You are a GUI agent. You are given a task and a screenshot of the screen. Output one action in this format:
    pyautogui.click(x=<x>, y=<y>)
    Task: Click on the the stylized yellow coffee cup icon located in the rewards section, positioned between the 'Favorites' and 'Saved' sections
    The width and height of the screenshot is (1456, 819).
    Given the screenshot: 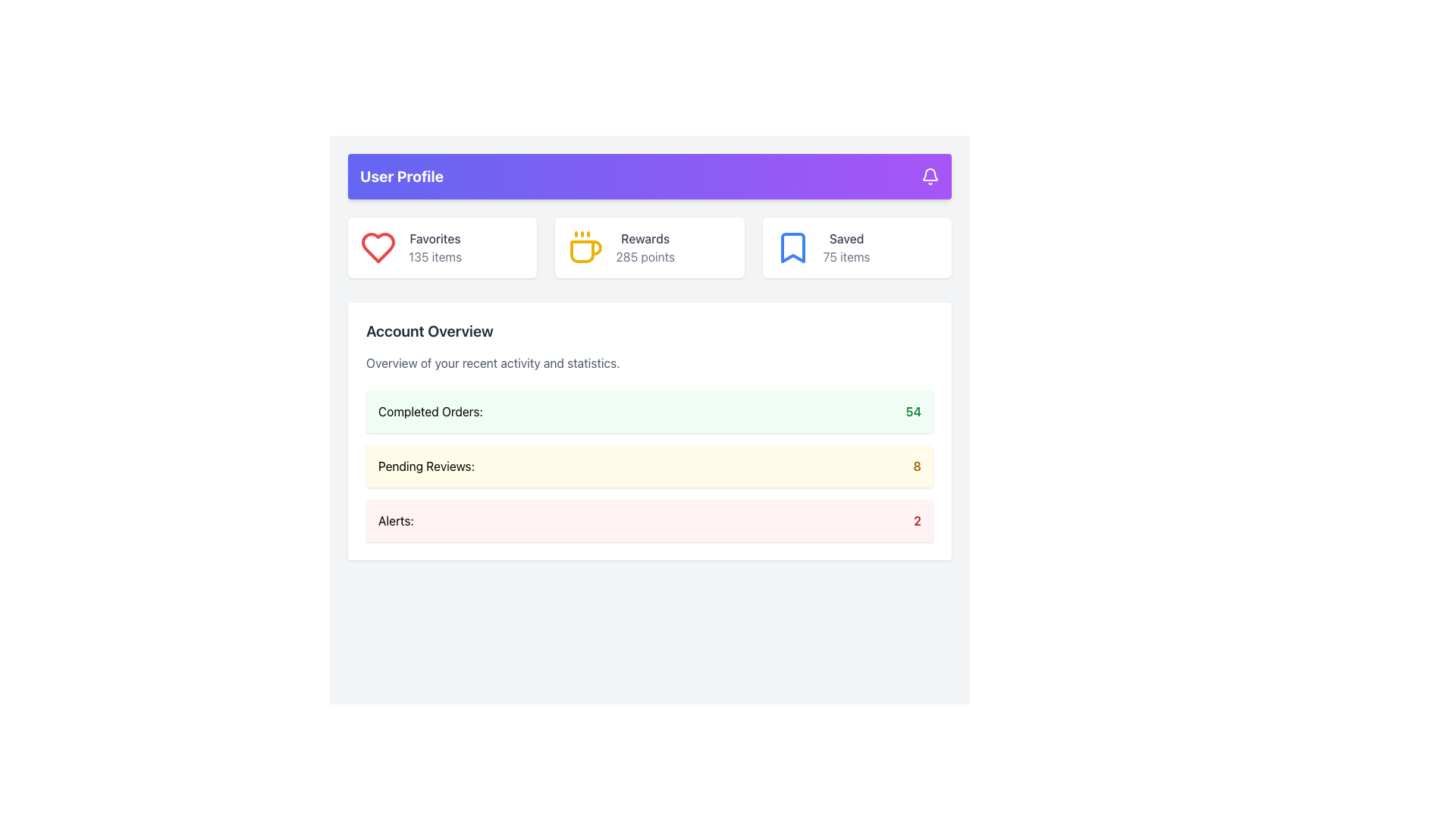 What is the action you would take?
    pyautogui.click(x=585, y=247)
    